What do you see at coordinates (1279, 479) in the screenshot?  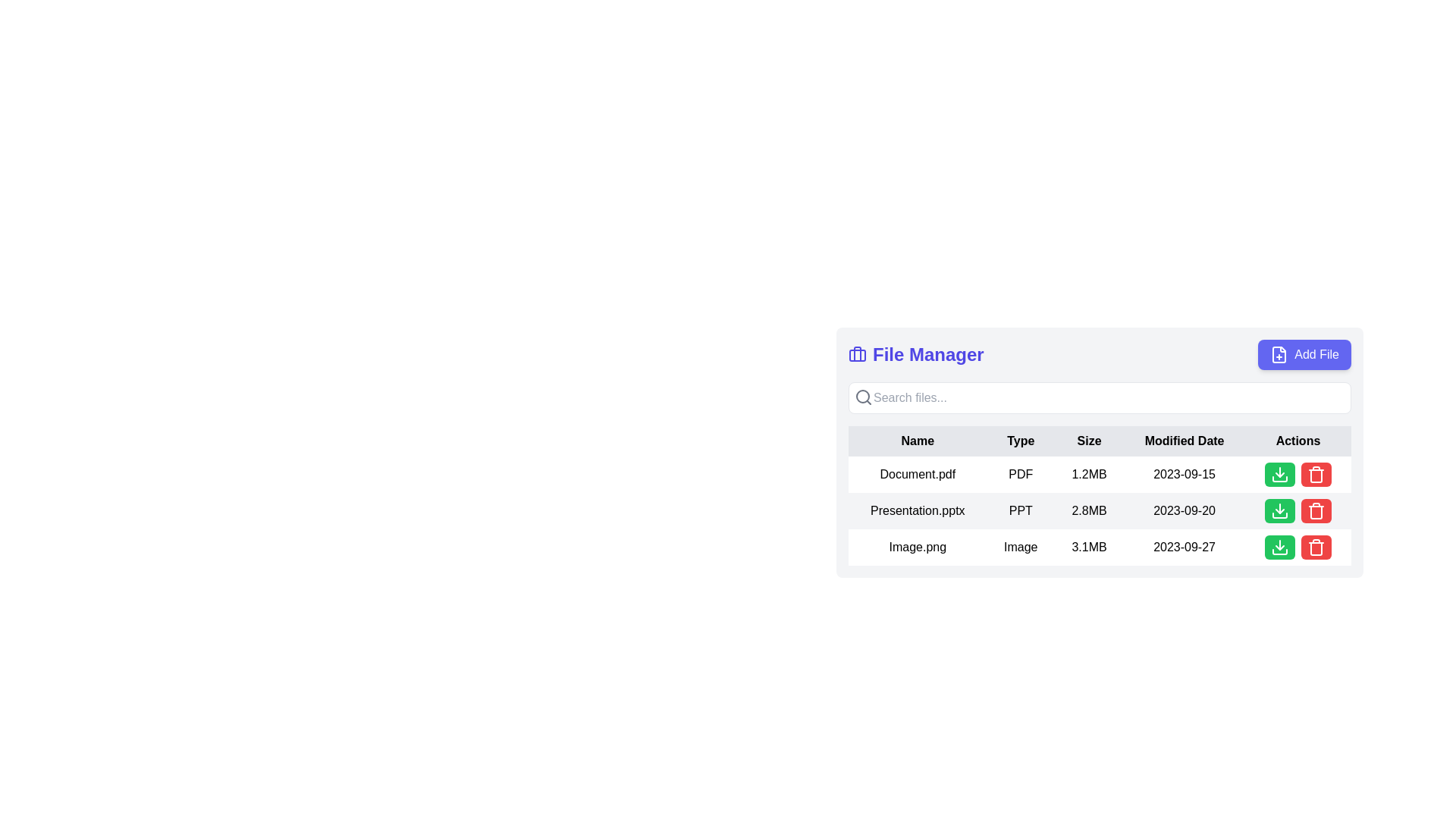 I see `the lower horizontal line of the download icon, which is styled as a decorative element and located in the first row under the 'Actions' column next to 'Document.pdf'` at bounding box center [1279, 479].